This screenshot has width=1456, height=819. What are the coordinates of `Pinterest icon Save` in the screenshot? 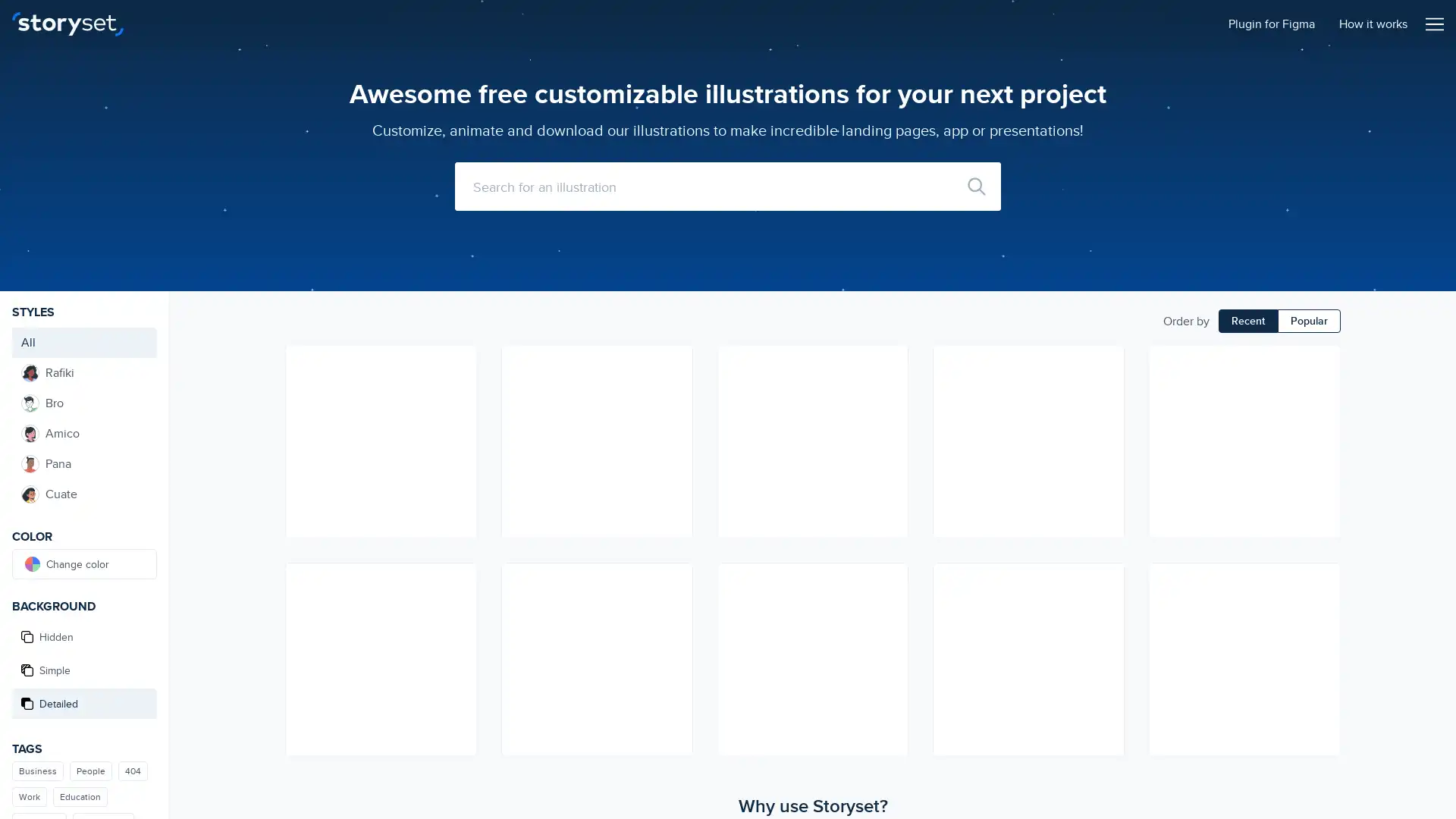 It's located at (673, 635).